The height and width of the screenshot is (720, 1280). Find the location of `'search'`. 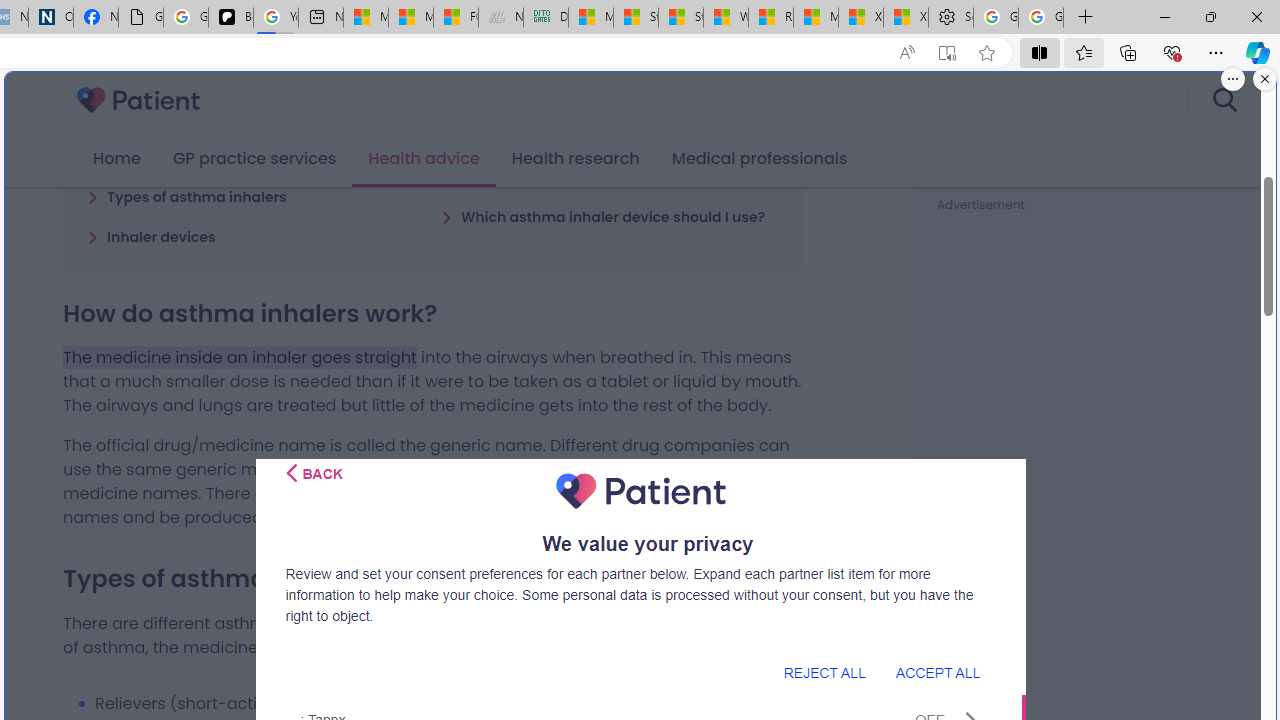

'search' is located at coordinates (1223, 100).